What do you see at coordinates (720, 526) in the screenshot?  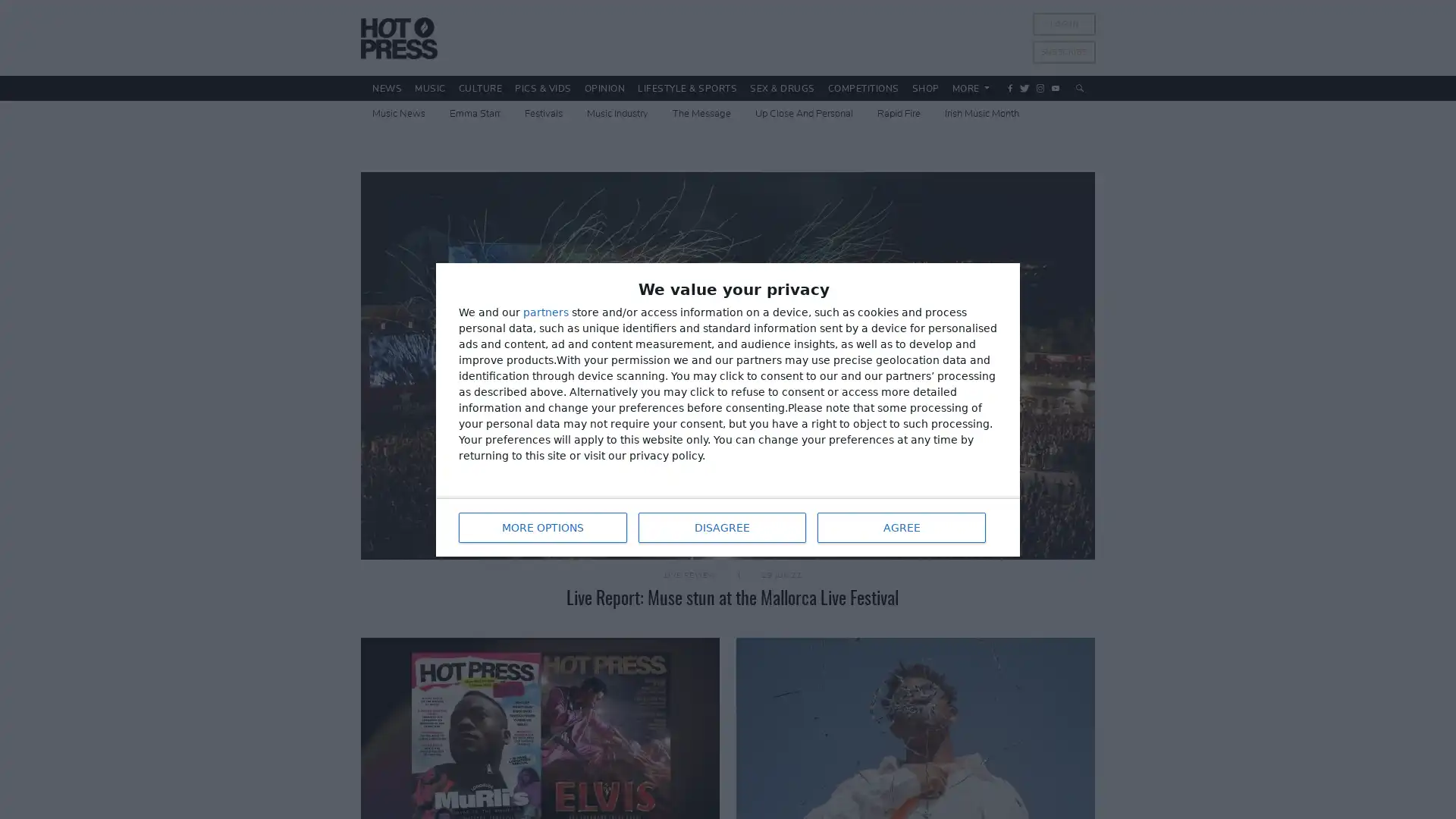 I see `DISAGREE` at bounding box center [720, 526].